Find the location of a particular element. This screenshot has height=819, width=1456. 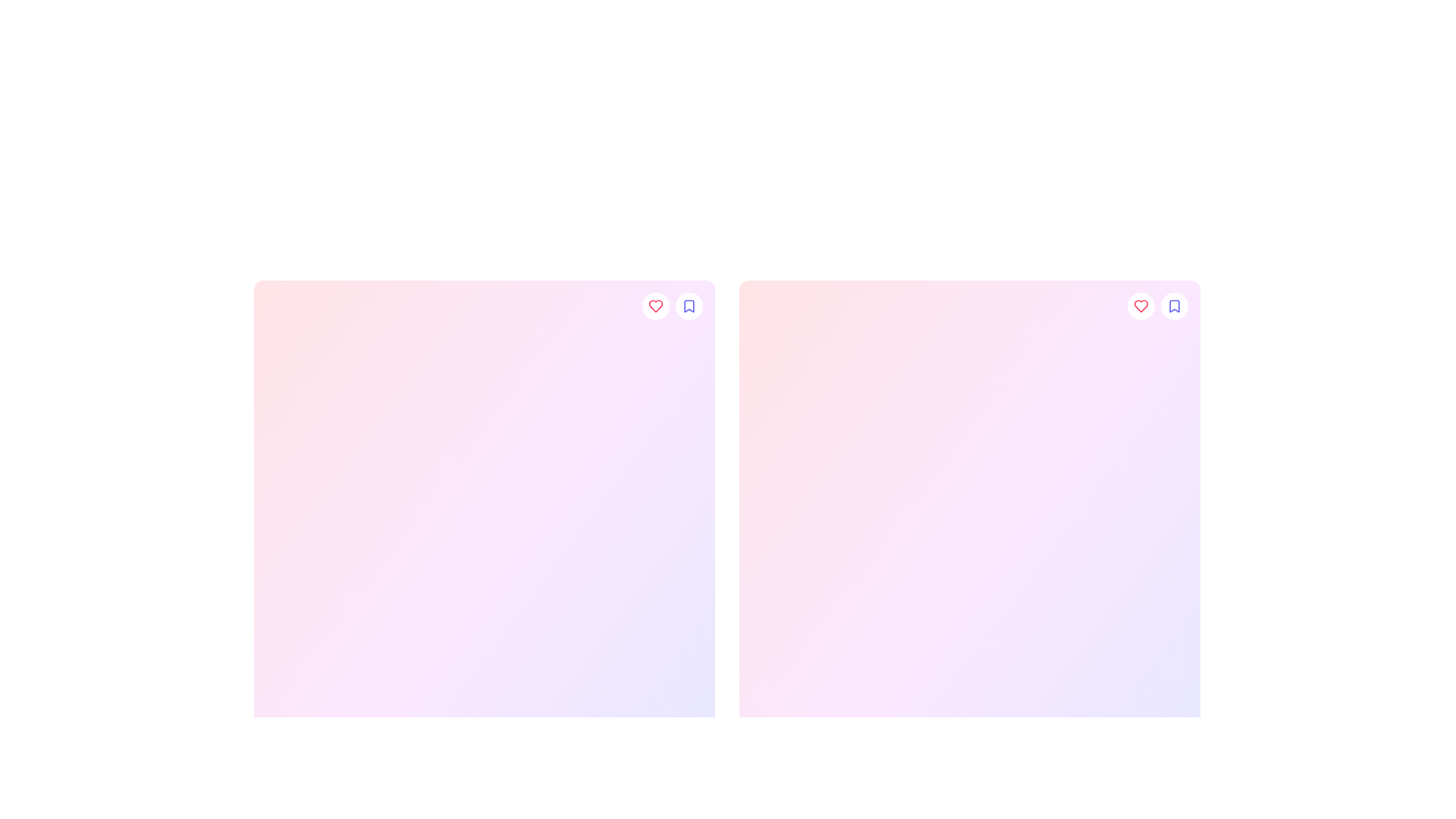

the circular button with a white background and a heart outline icon in the top right corner of the interface to observe interactive effects is located at coordinates (1141, 306).